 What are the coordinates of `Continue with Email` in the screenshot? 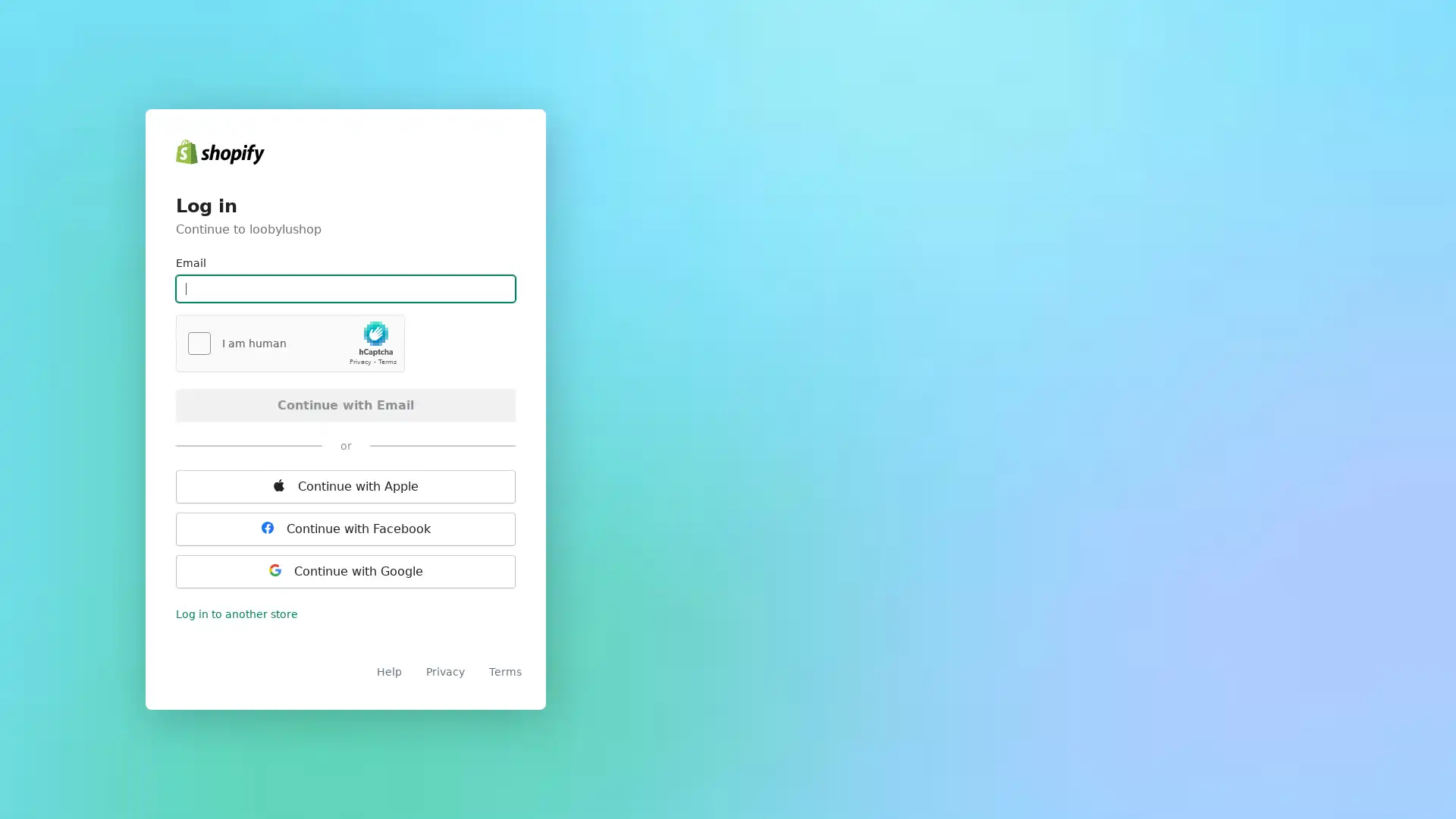 It's located at (345, 403).